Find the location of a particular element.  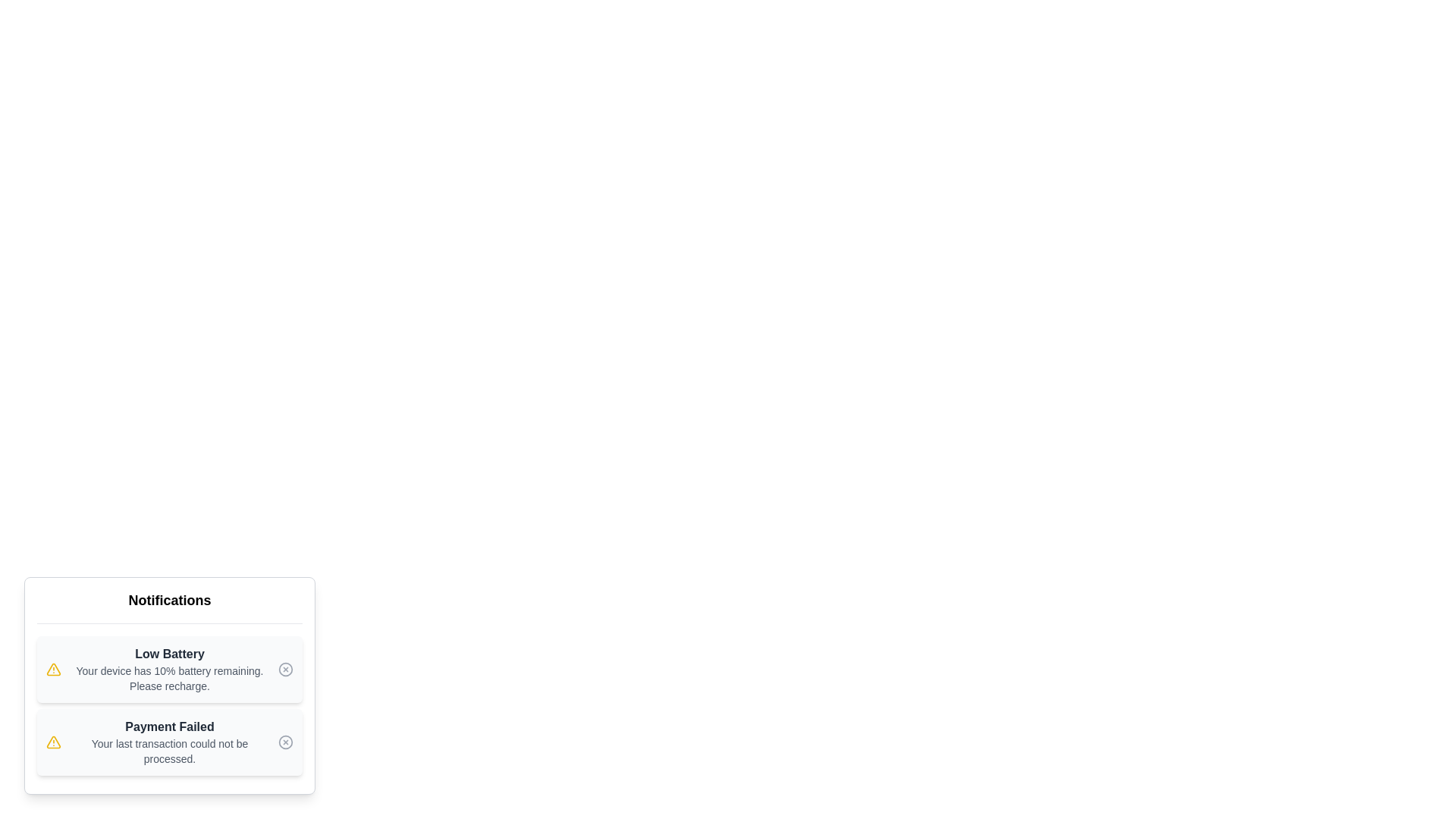

the Text Block displaying 'Low Battery' and 'Your device has 10% battery remaining. Please recharge.' located under the 'Notifications' header is located at coordinates (170, 669).